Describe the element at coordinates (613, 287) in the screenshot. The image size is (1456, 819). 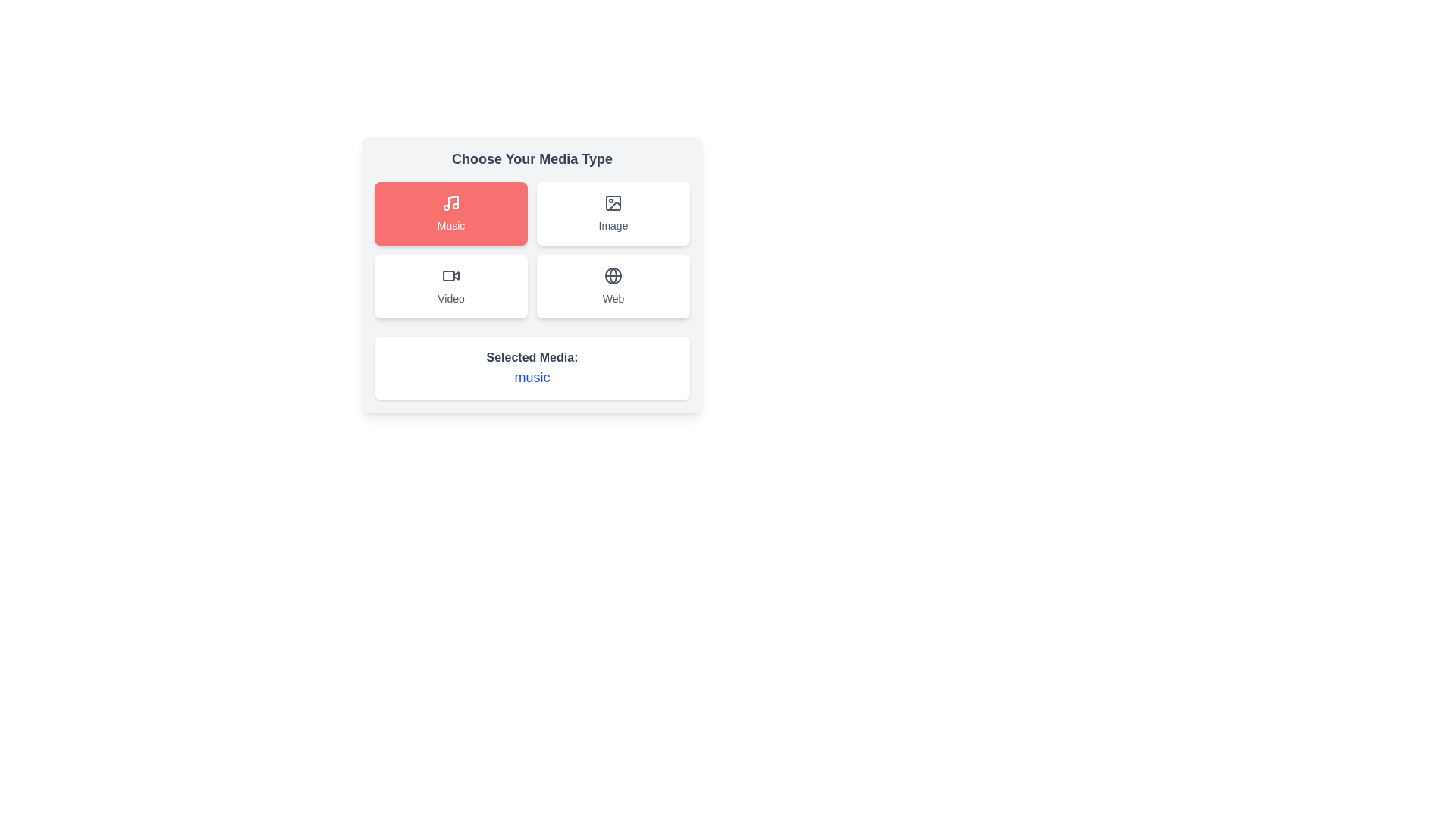
I see `the media option labeled Web` at that location.